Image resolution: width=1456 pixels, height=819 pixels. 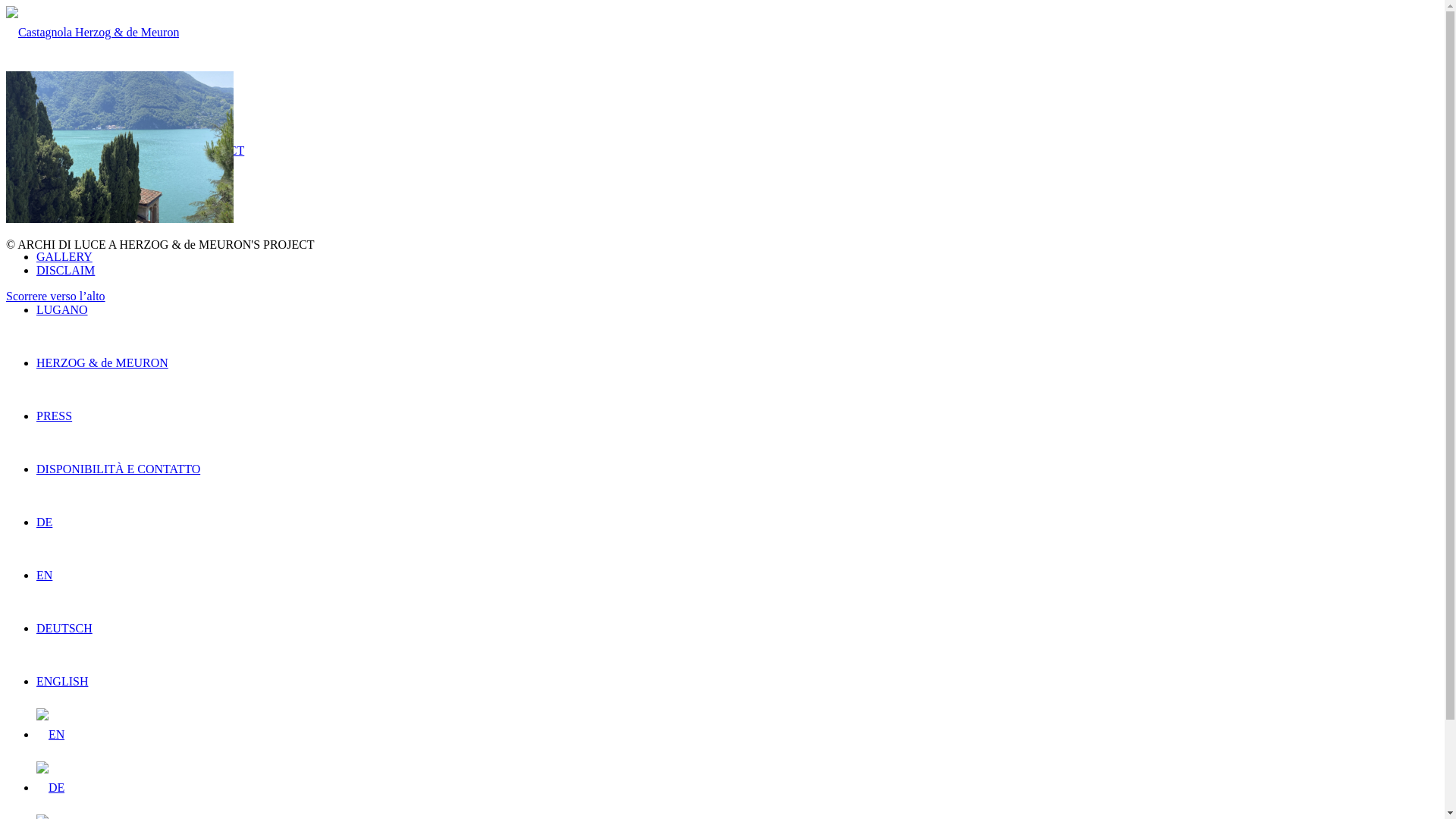 I want to click on 'DE', so click(x=50, y=786).